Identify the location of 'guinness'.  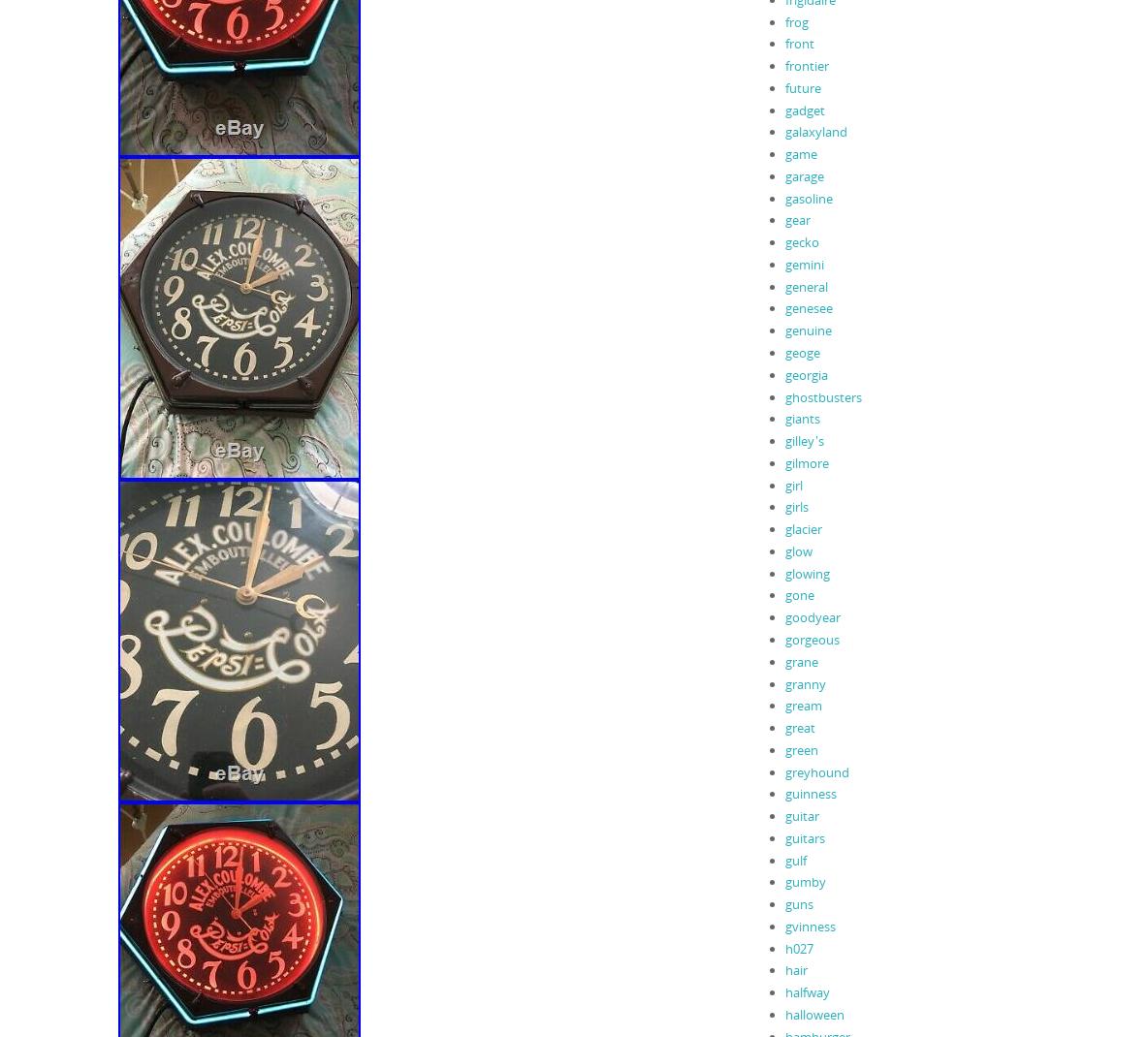
(783, 793).